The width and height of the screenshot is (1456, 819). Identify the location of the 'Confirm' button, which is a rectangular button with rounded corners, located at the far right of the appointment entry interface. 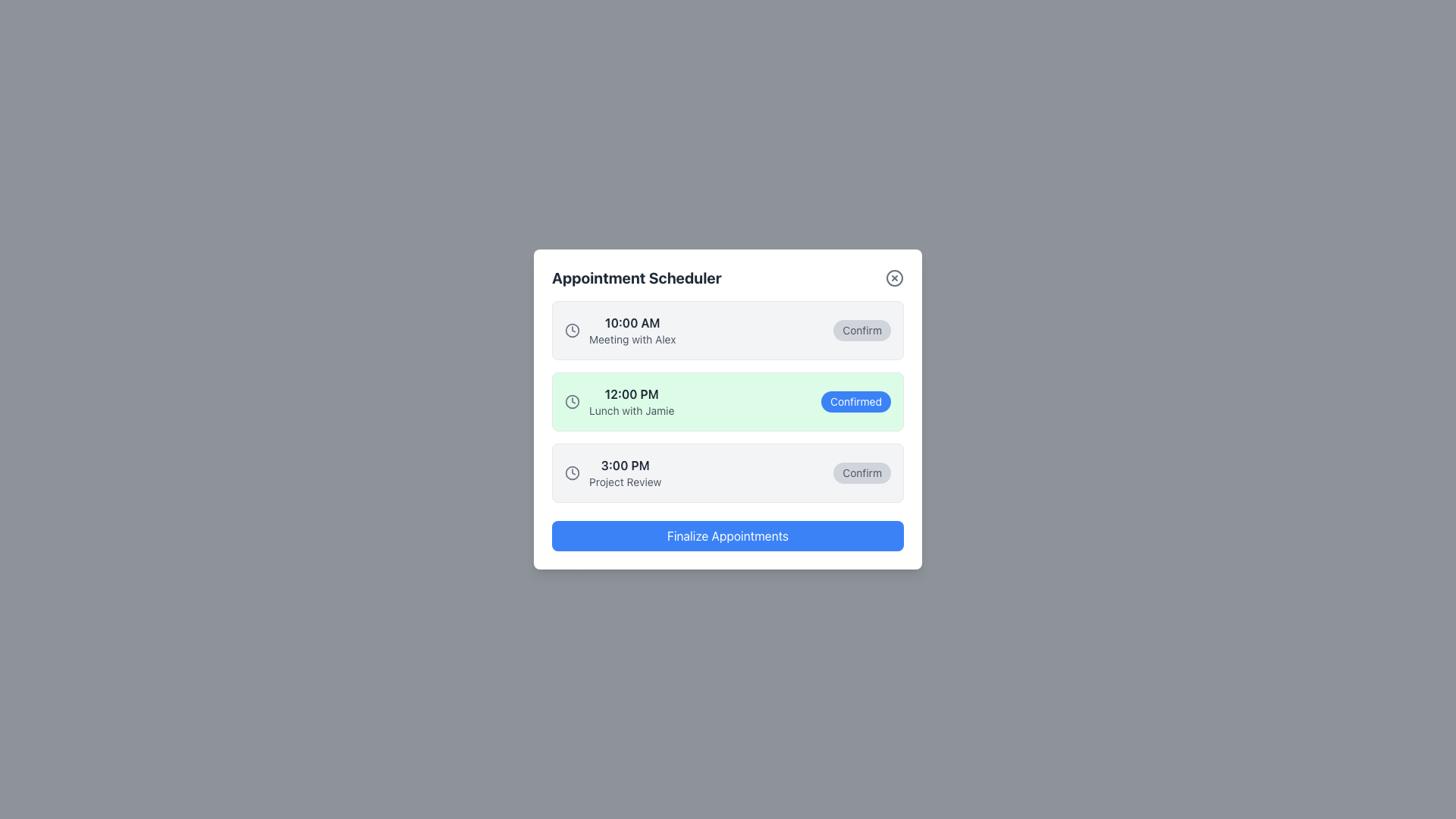
(862, 472).